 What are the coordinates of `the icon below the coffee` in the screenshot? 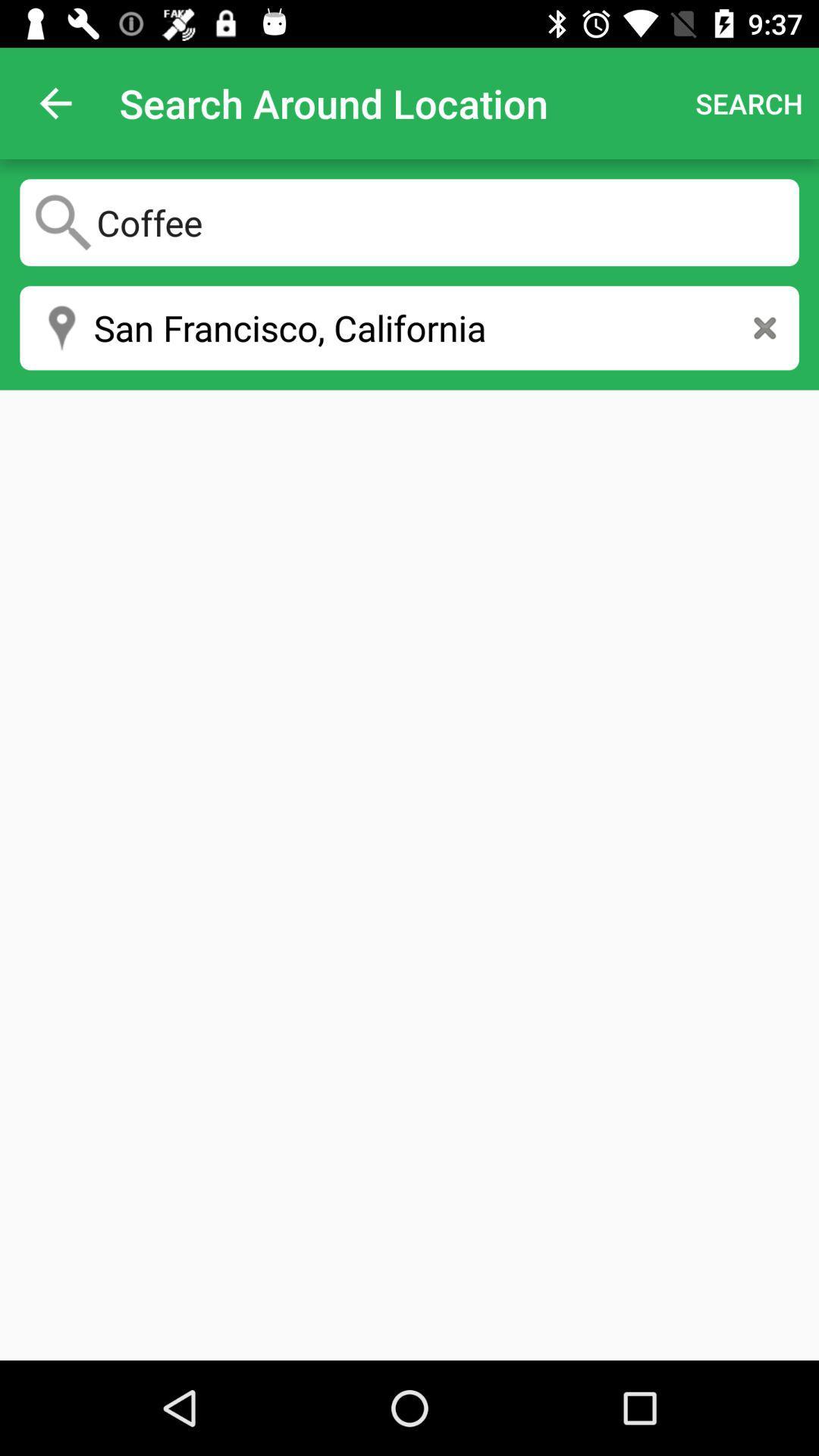 It's located at (764, 327).